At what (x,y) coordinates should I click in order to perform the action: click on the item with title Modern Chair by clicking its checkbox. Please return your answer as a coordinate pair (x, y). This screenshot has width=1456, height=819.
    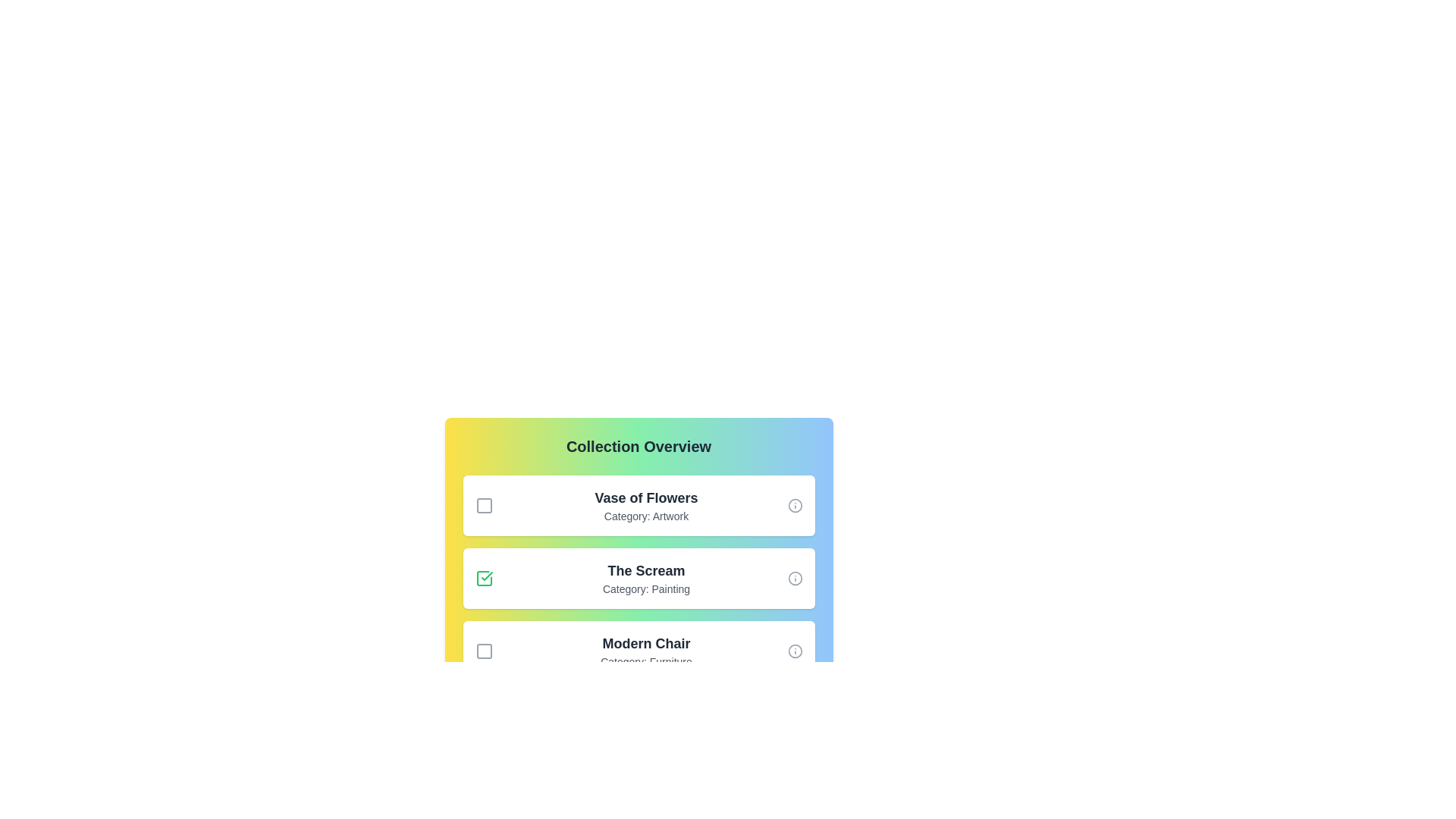
    Looking at the image, I should click on (483, 651).